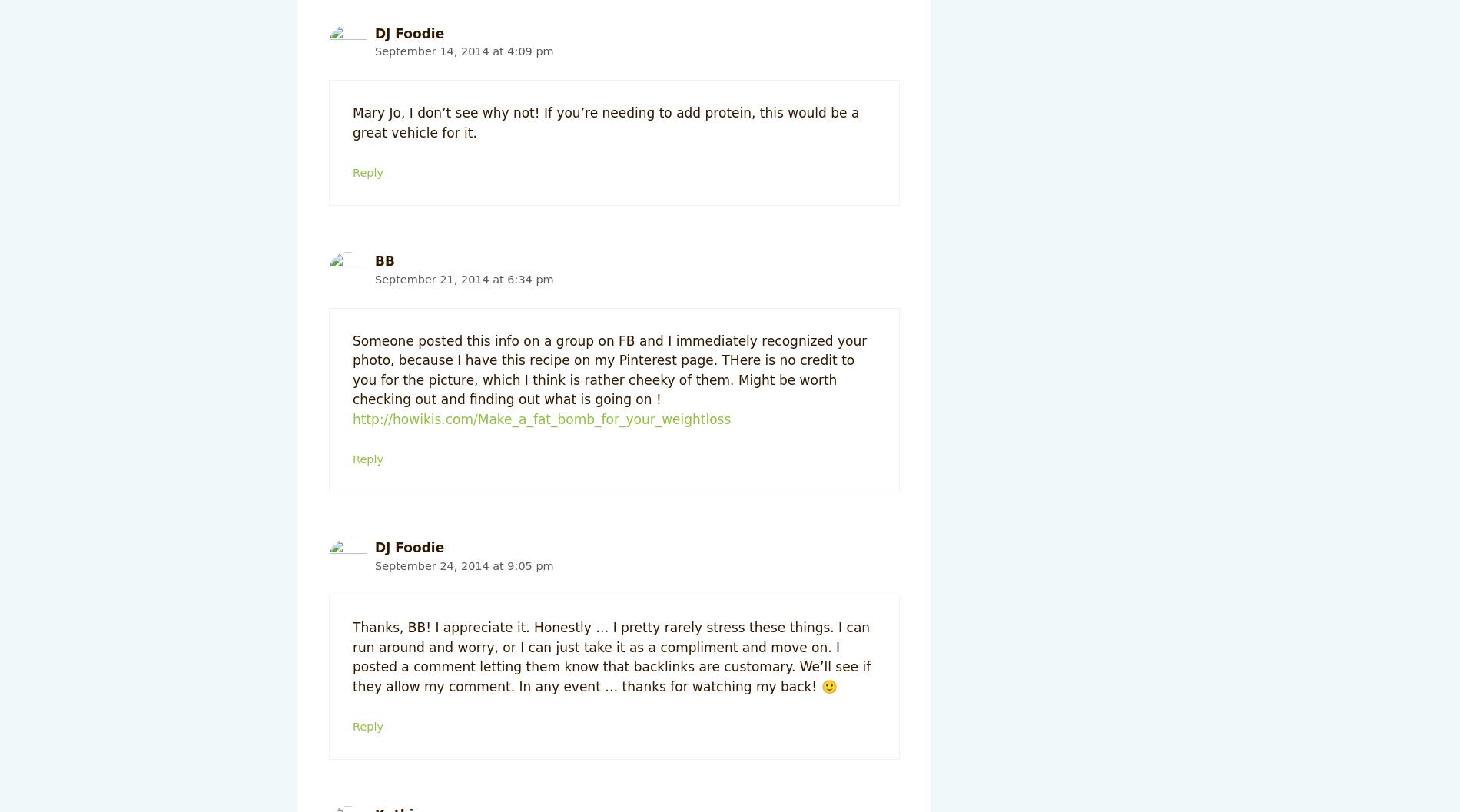 The image size is (1460, 812). I want to click on 'BB', so click(374, 261).